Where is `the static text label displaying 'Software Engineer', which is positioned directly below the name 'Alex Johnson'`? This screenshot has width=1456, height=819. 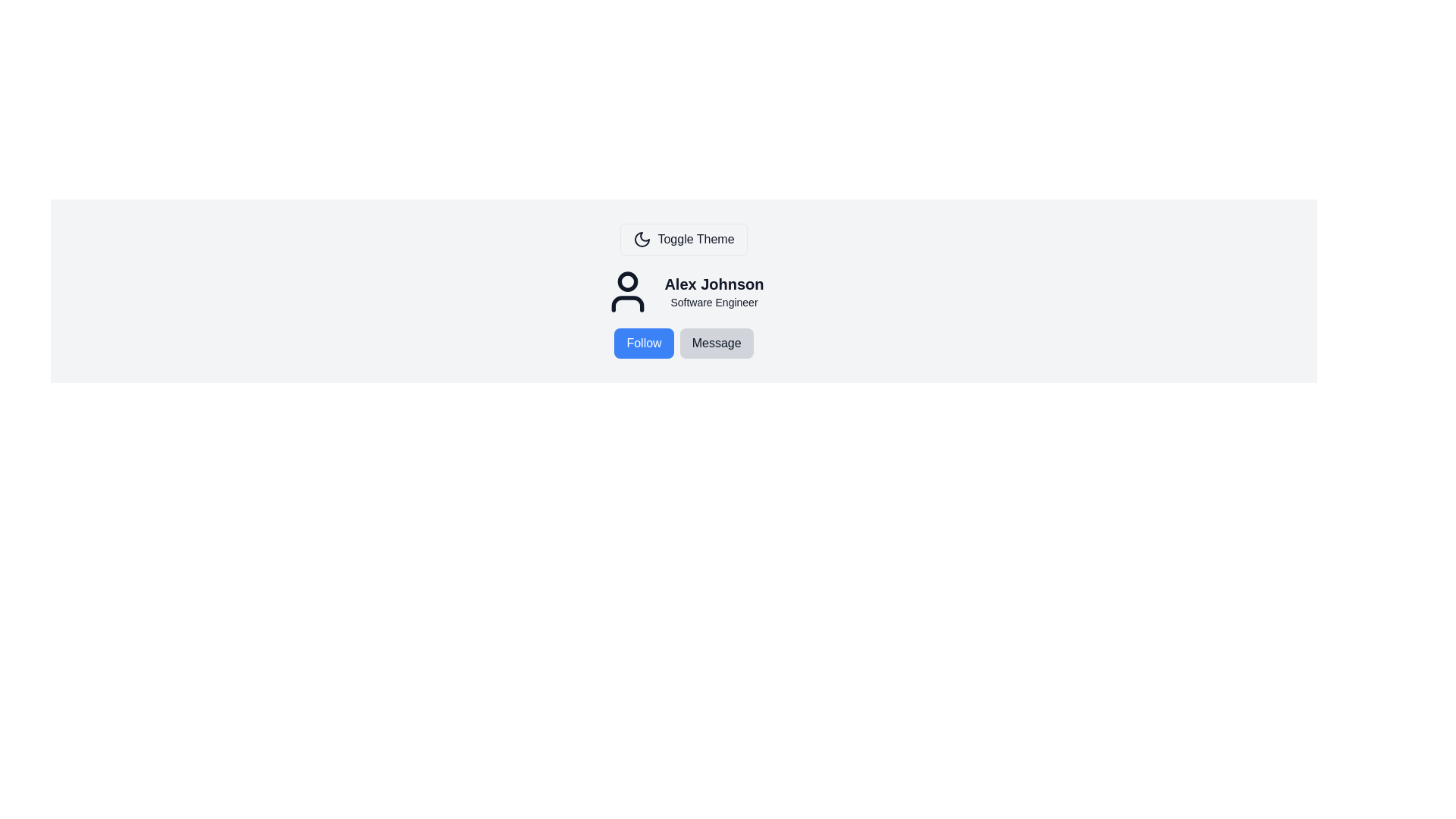 the static text label displaying 'Software Engineer', which is positioned directly below the name 'Alex Johnson' is located at coordinates (713, 302).